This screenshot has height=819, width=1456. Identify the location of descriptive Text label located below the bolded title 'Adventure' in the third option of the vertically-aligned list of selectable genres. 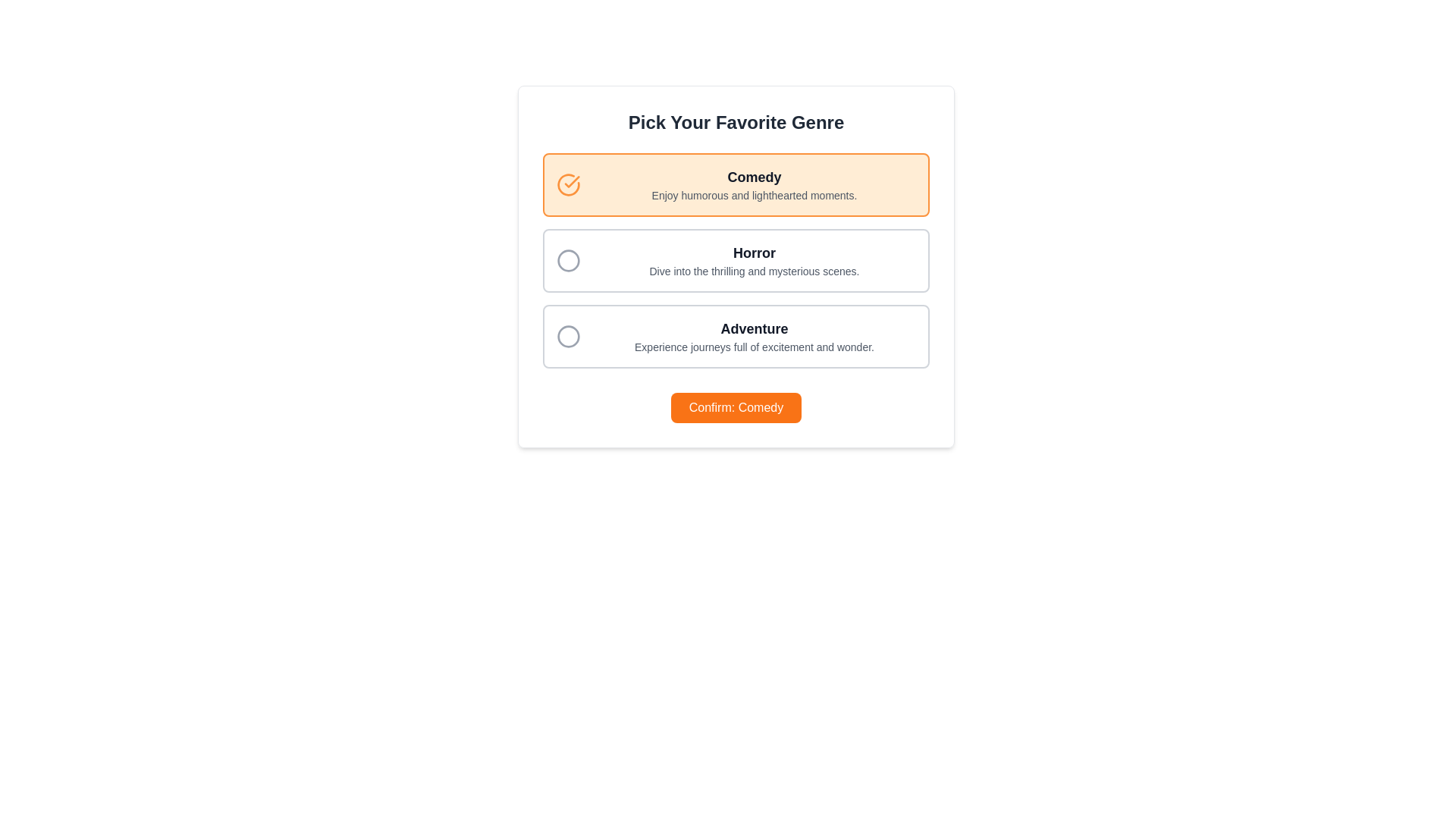
(754, 347).